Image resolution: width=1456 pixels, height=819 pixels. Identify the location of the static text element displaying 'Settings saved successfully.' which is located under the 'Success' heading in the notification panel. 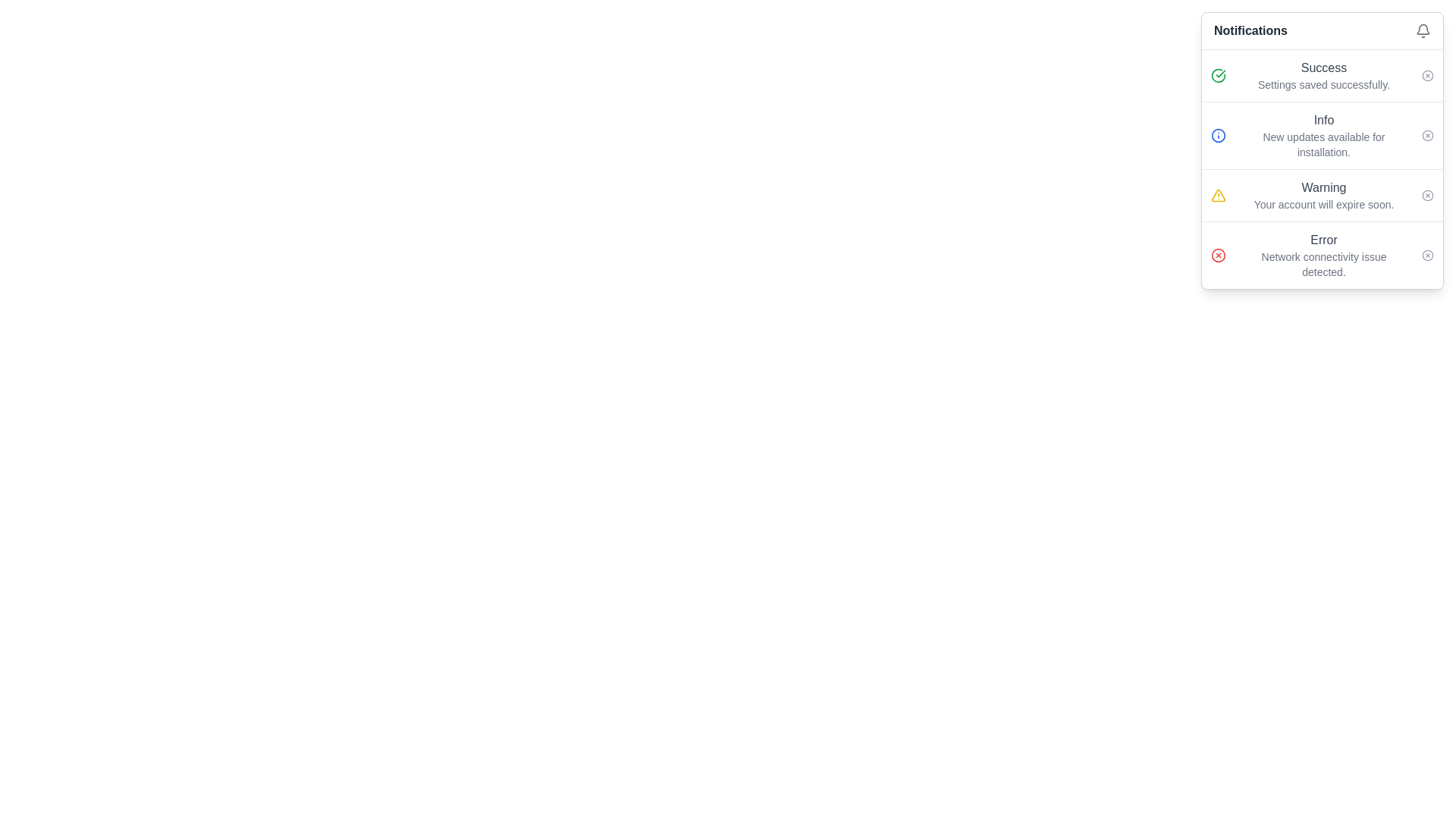
(1323, 84).